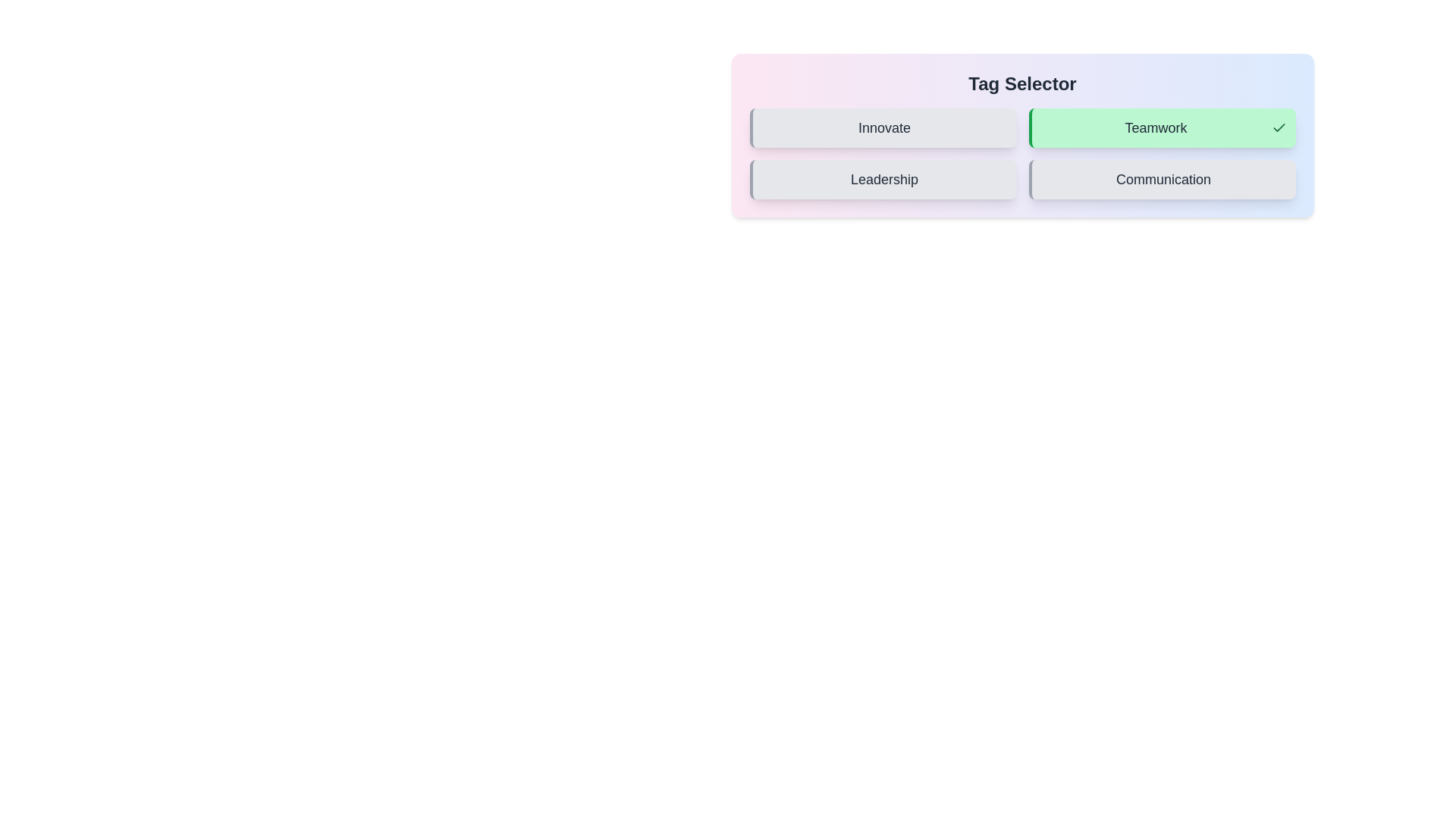 The image size is (1456, 819). What do you see at coordinates (883, 178) in the screenshot?
I see `the tag Leadership to observe hover effects` at bounding box center [883, 178].